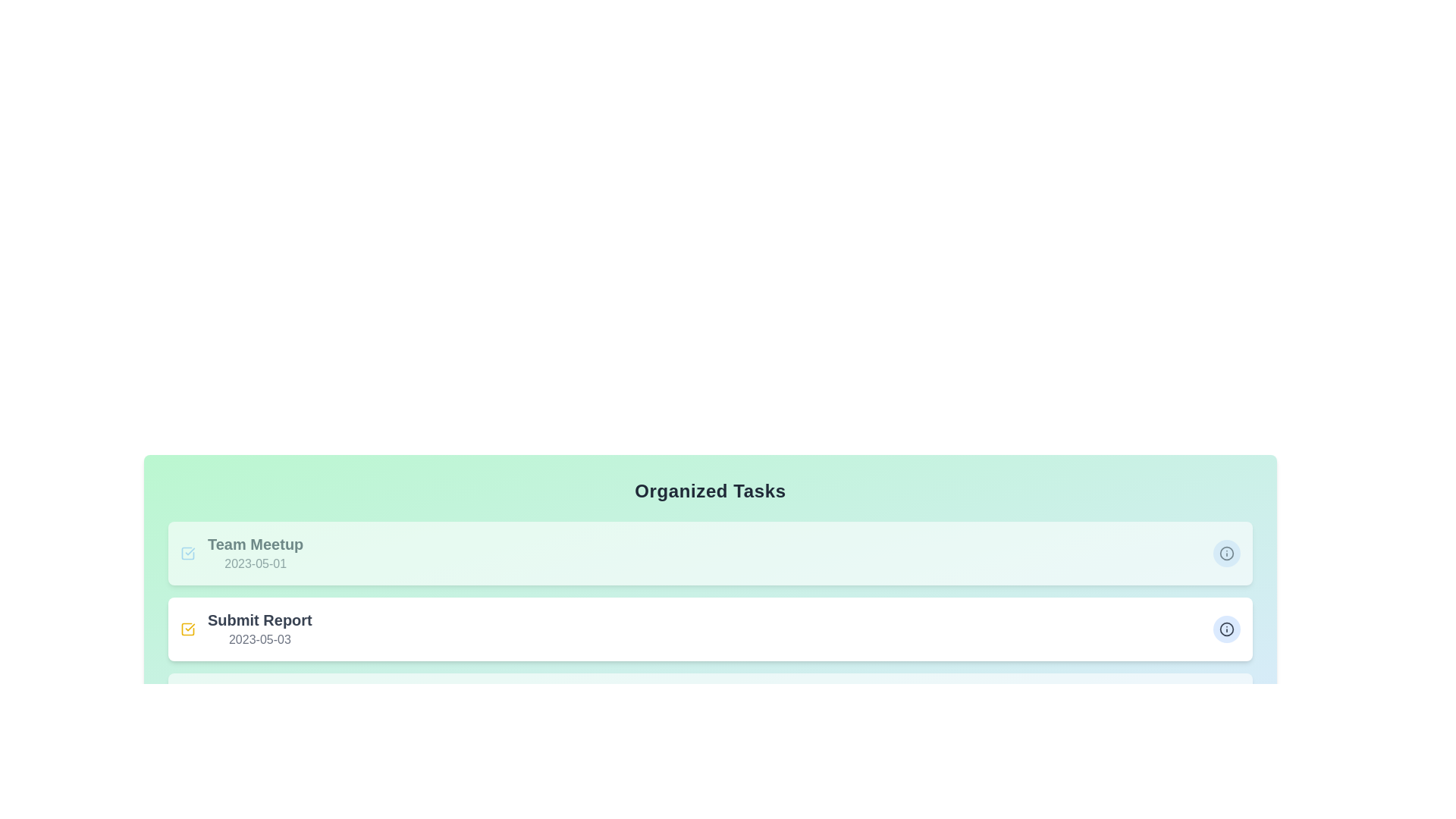 This screenshot has width=1456, height=819. Describe the element at coordinates (1226, 553) in the screenshot. I see `the information button for the task titled Team Meetup` at that location.